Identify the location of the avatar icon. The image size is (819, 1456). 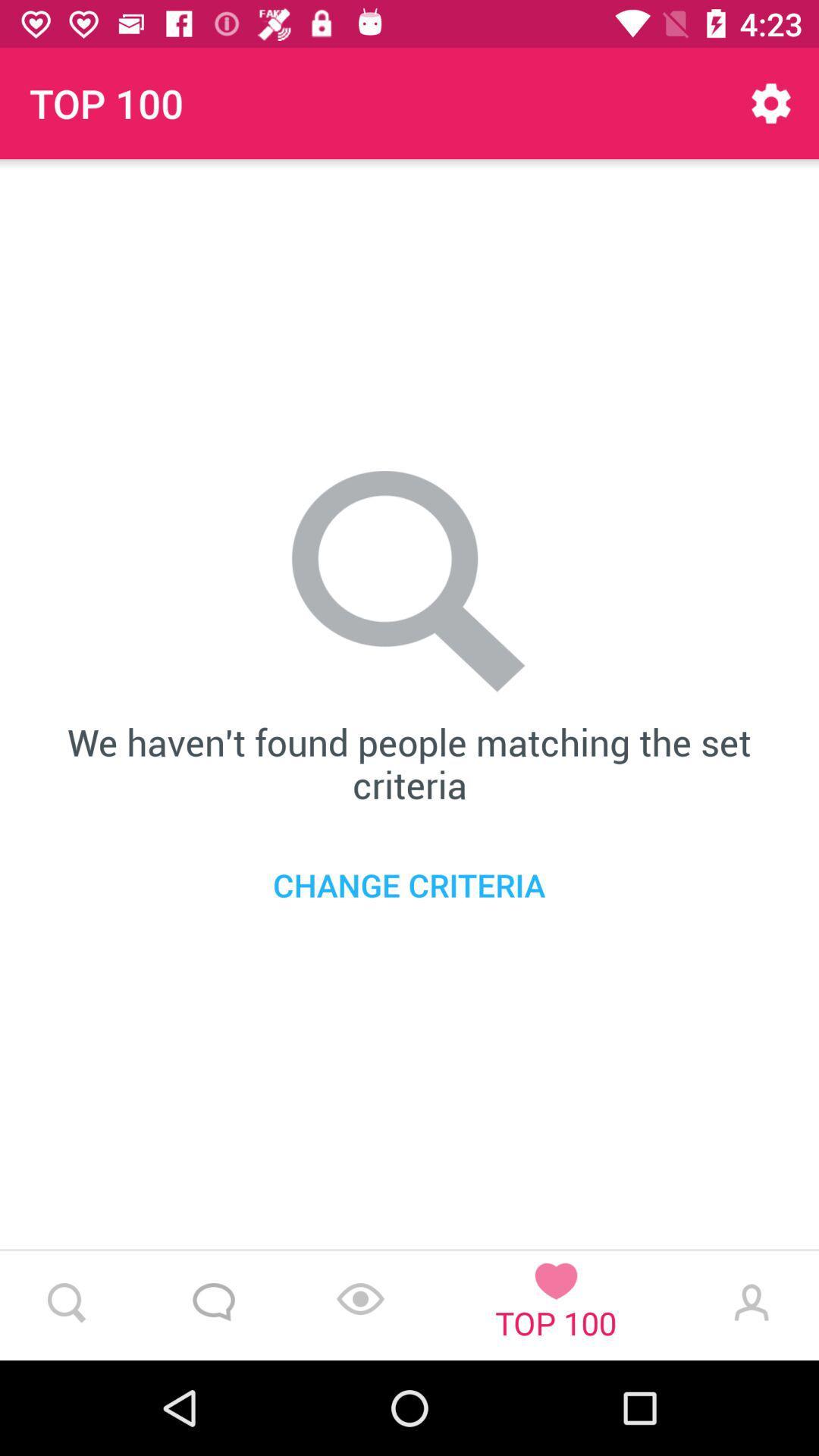
(748, 1305).